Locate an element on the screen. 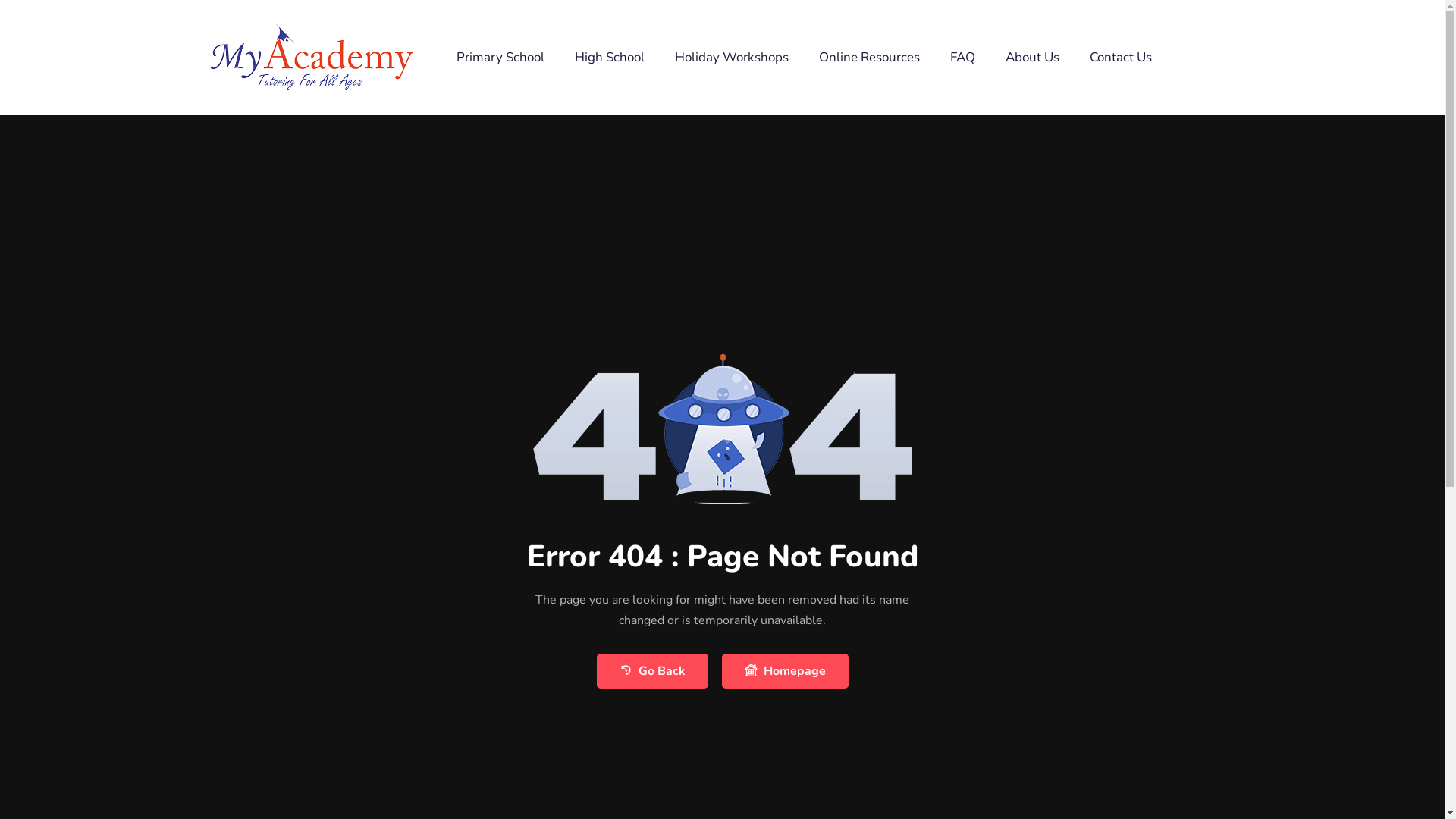 This screenshot has width=1456, height=819. 'Go Back' is located at coordinates (651, 670).